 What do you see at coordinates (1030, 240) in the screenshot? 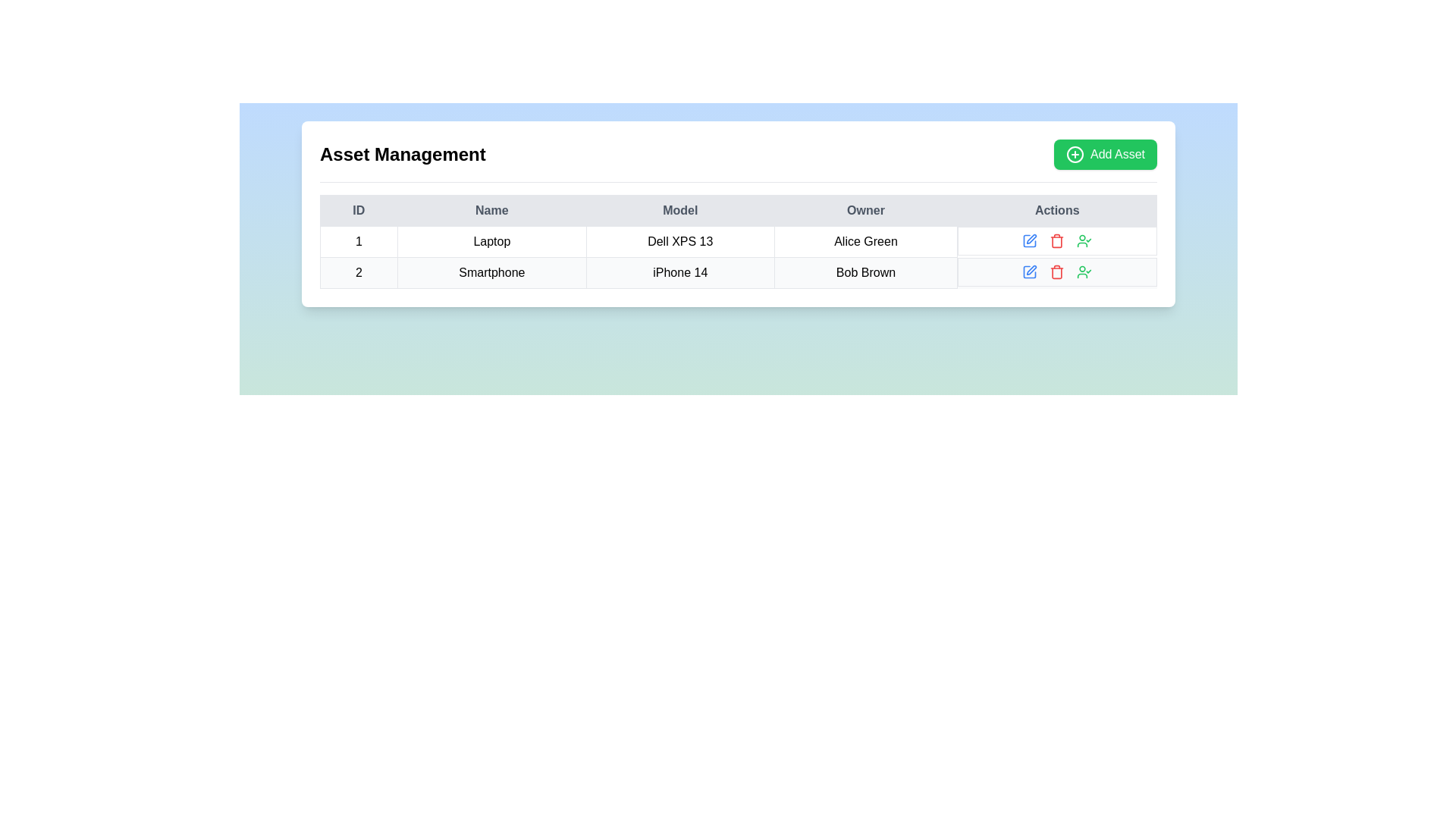
I see `the edit icon button in the 'Actions' column of the table for user 'Alice Green' to initiate editing of the corresponding row` at bounding box center [1030, 240].